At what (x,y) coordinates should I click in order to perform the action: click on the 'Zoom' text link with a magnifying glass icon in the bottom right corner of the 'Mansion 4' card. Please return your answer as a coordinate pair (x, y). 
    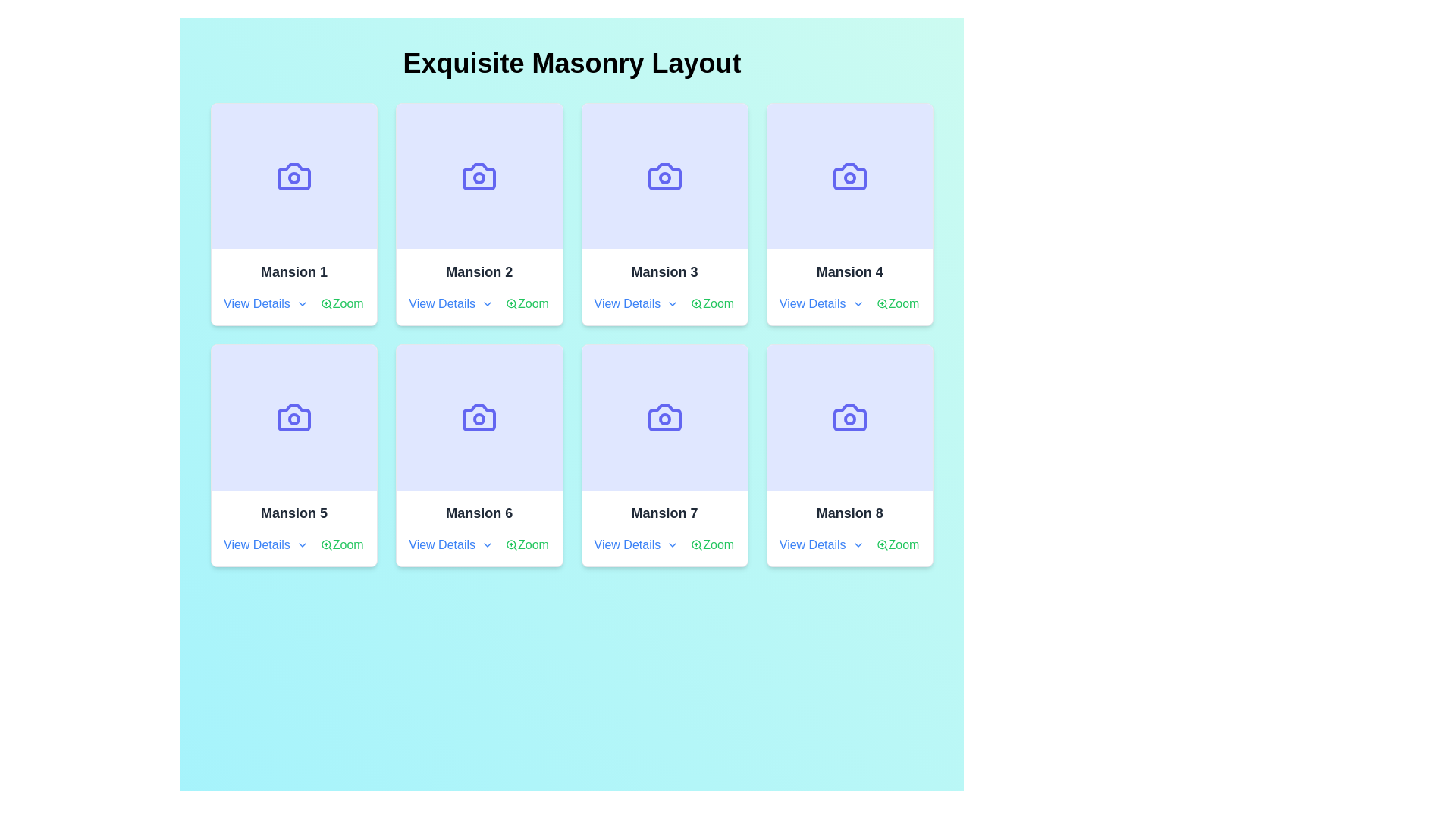
    Looking at the image, I should click on (897, 304).